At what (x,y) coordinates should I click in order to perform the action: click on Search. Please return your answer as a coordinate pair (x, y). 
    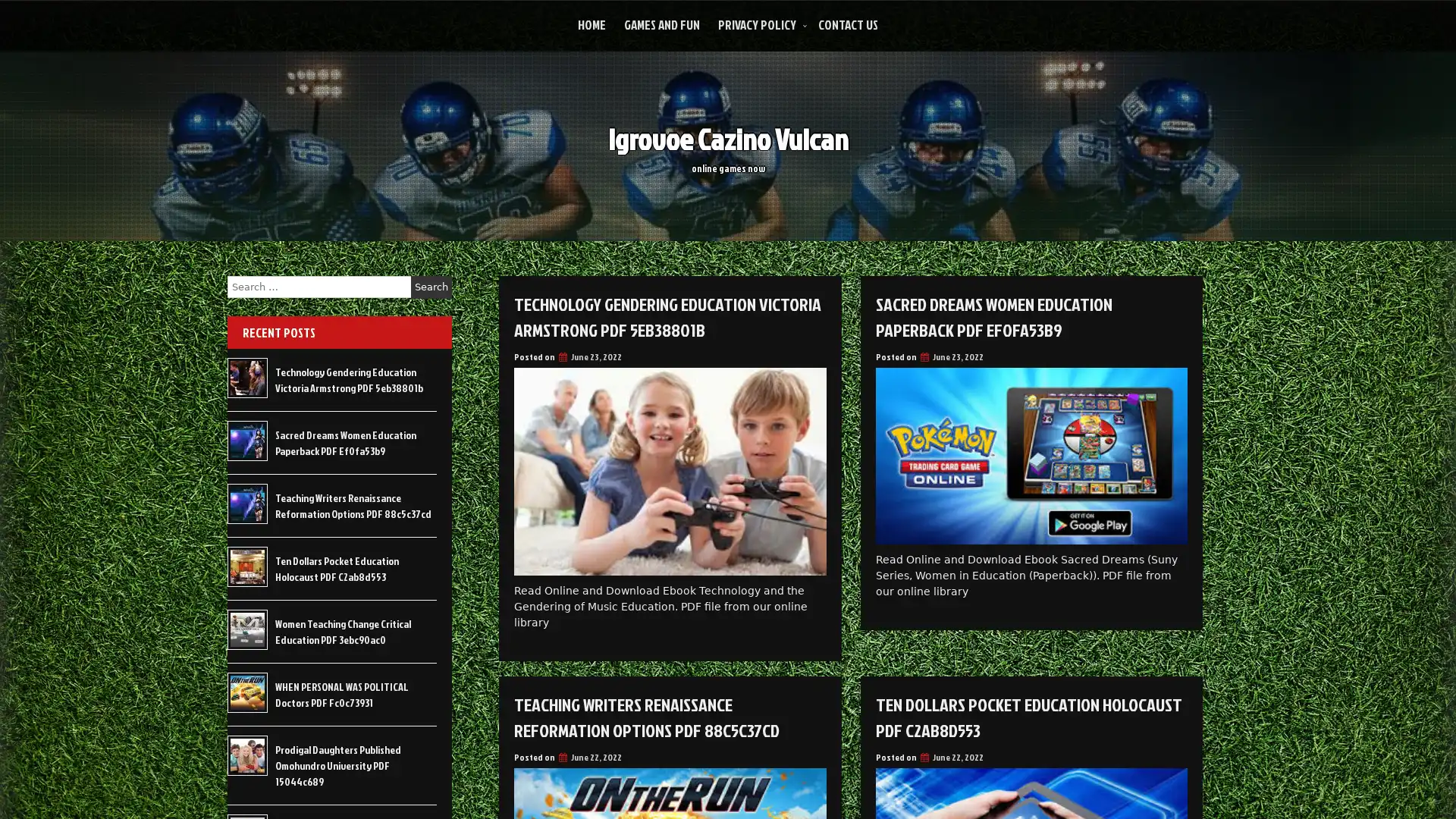
    Looking at the image, I should click on (431, 287).